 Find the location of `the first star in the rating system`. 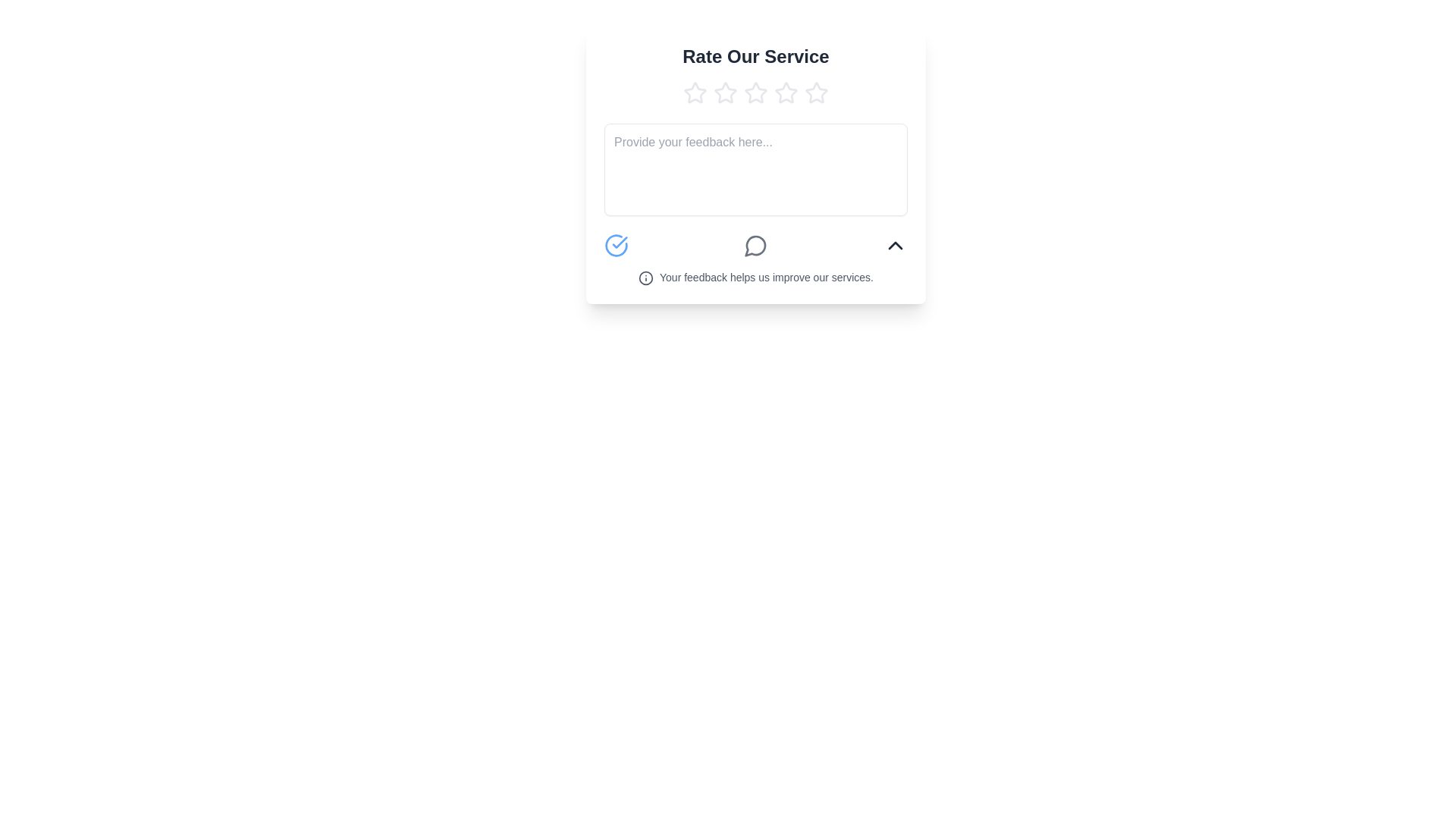

the first star in the rating system is located at coordinates (694, 93).